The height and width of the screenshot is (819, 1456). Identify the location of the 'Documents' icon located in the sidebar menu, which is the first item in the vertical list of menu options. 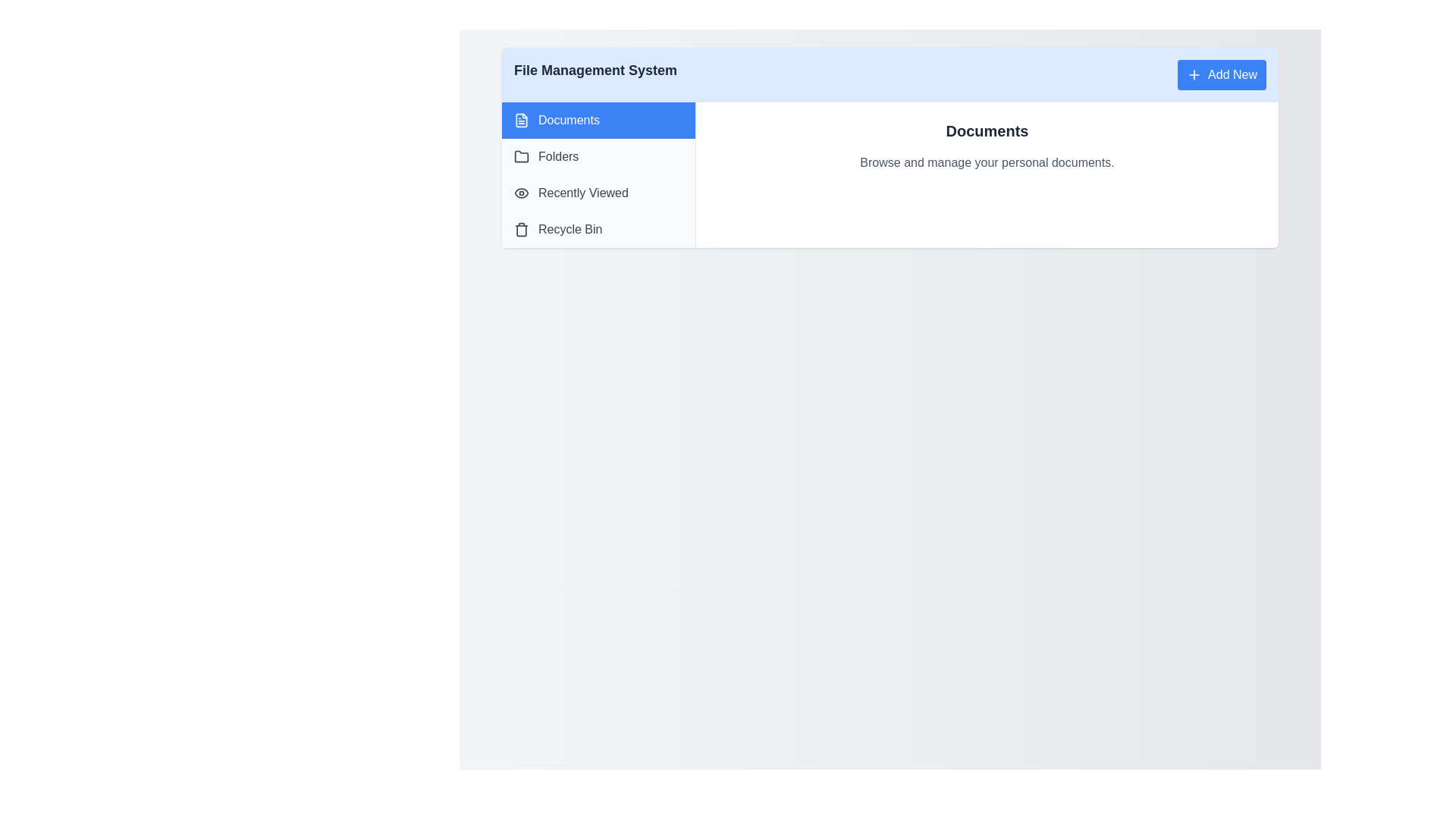
(521, 119).